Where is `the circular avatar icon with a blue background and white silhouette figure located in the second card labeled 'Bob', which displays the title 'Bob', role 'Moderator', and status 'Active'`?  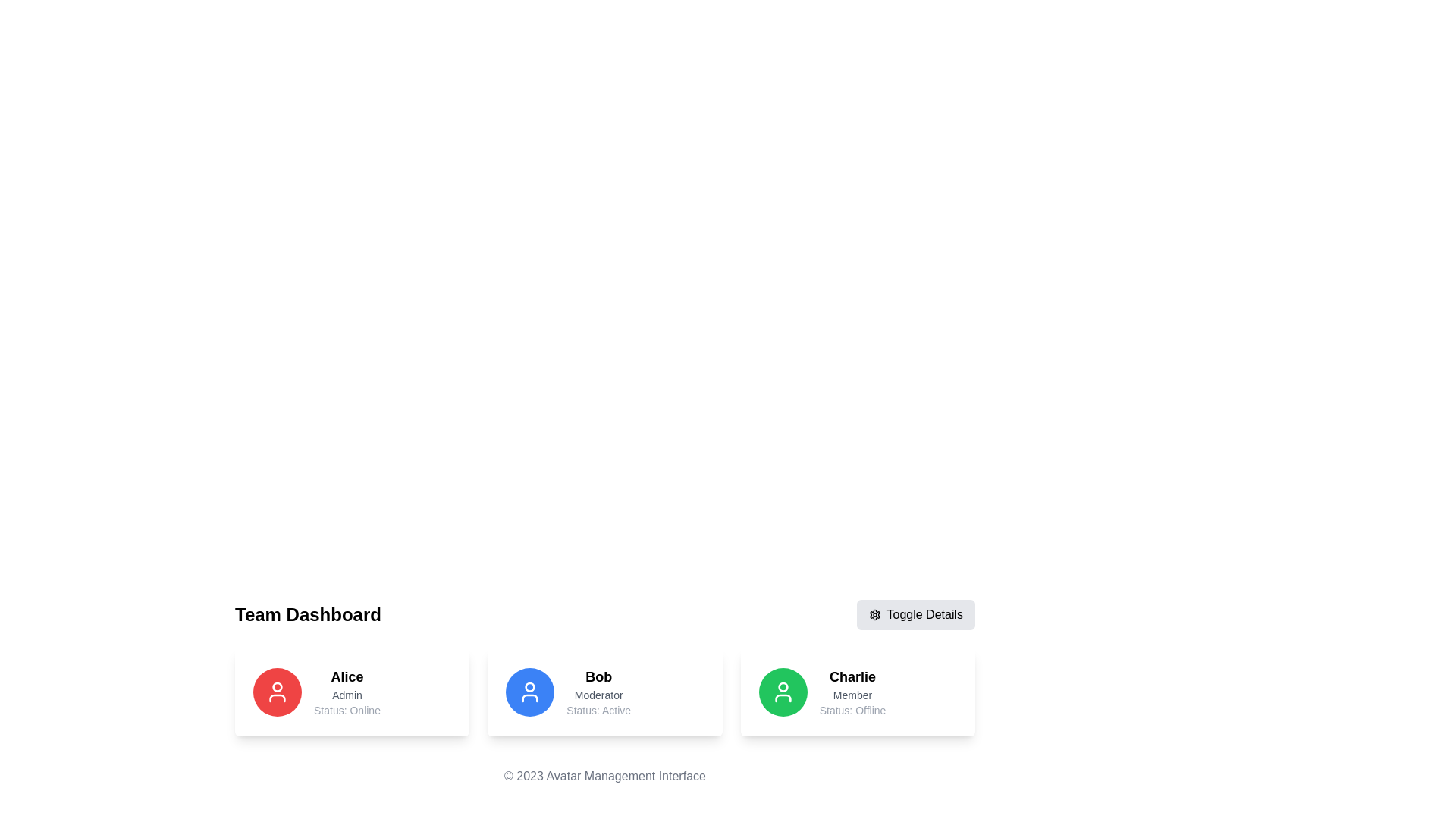 the circular avatar icon with a blue background and white silhouette figure located in the second card labeled 'Bob', which displays the title 'Bob', role 'Moderator', and status 'Active' is located at coordinates (530, 692).